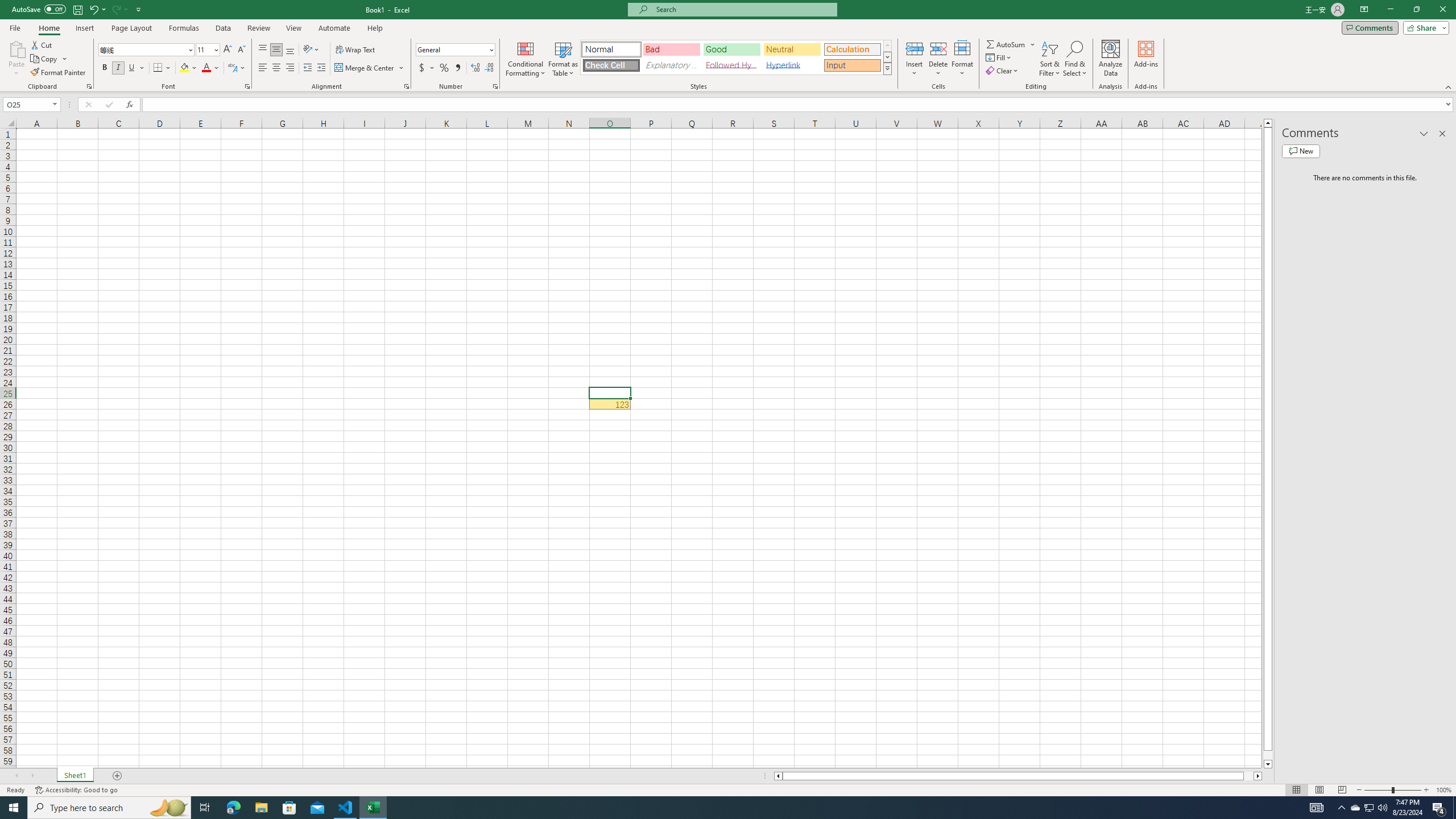 The width and height of the screenshot is (1456, 819). What do you see at coordinates (887, 56) in the screenshot?
I see `'Row Down'` at bounding box center [887, 56].